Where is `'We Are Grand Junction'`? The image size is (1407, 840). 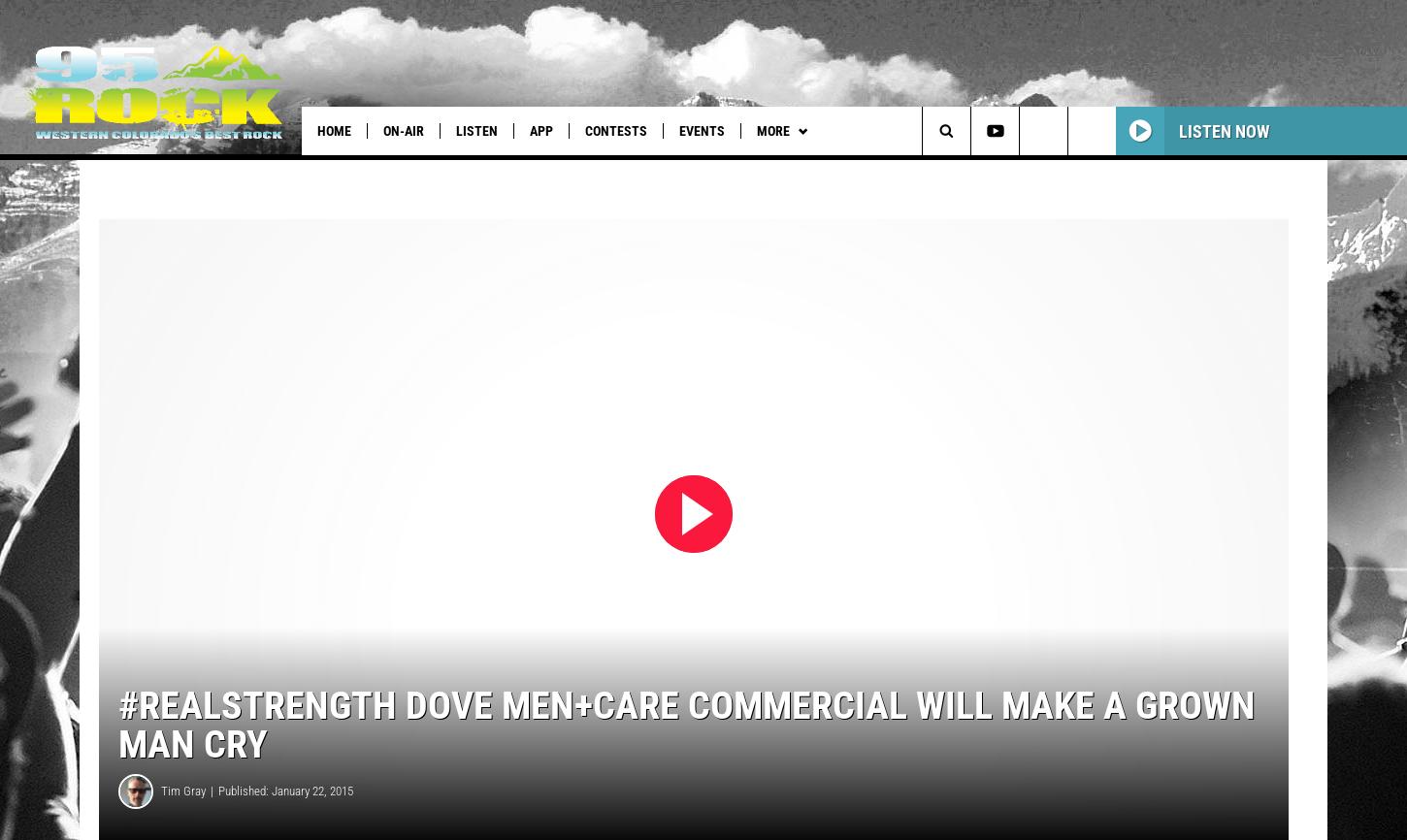 'We Are Grand Junction' is located at coordinates (327, 170).